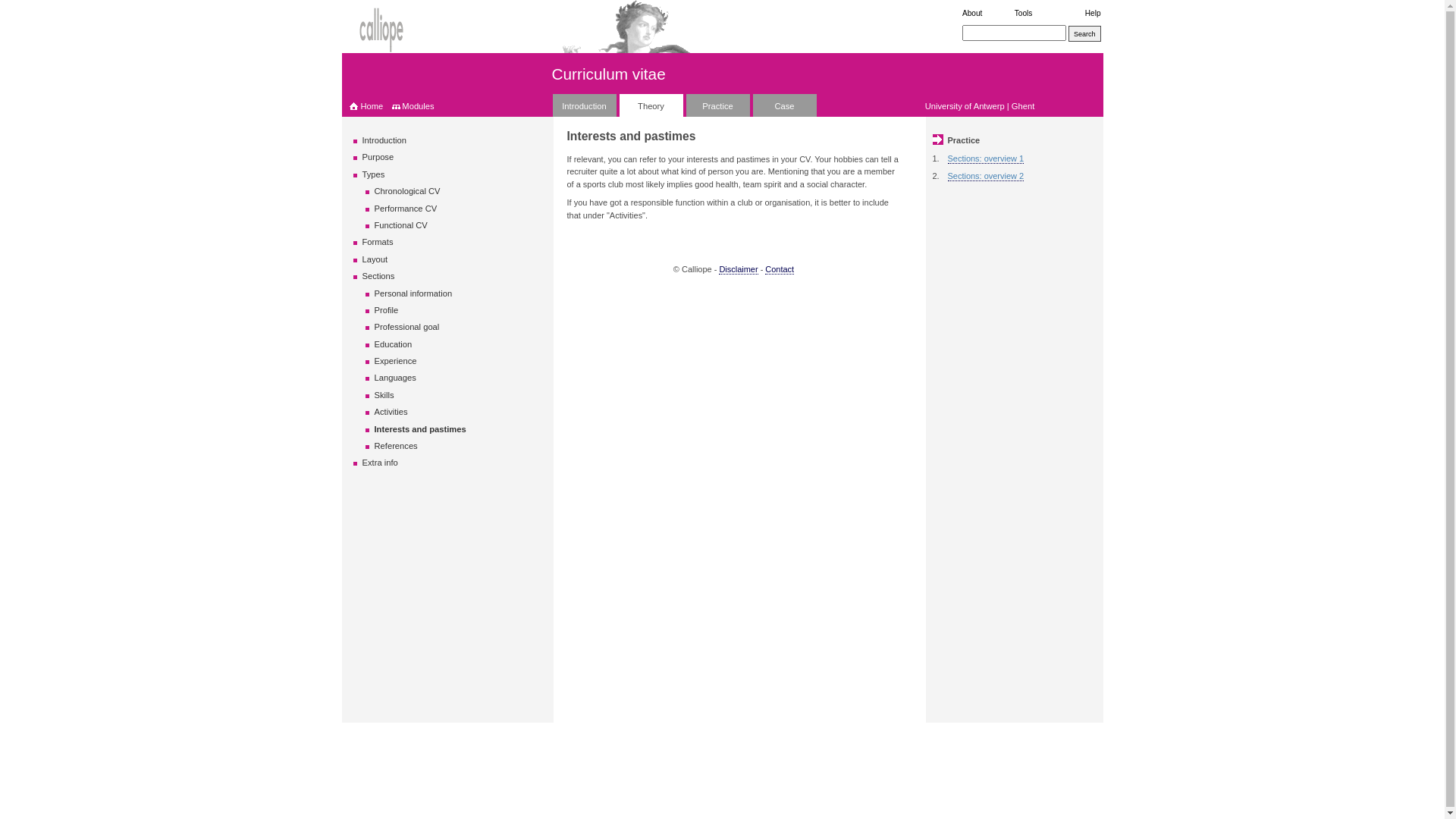 This screenshot has width=1456, height=819. I want to click on '|', so click(1008, 105).